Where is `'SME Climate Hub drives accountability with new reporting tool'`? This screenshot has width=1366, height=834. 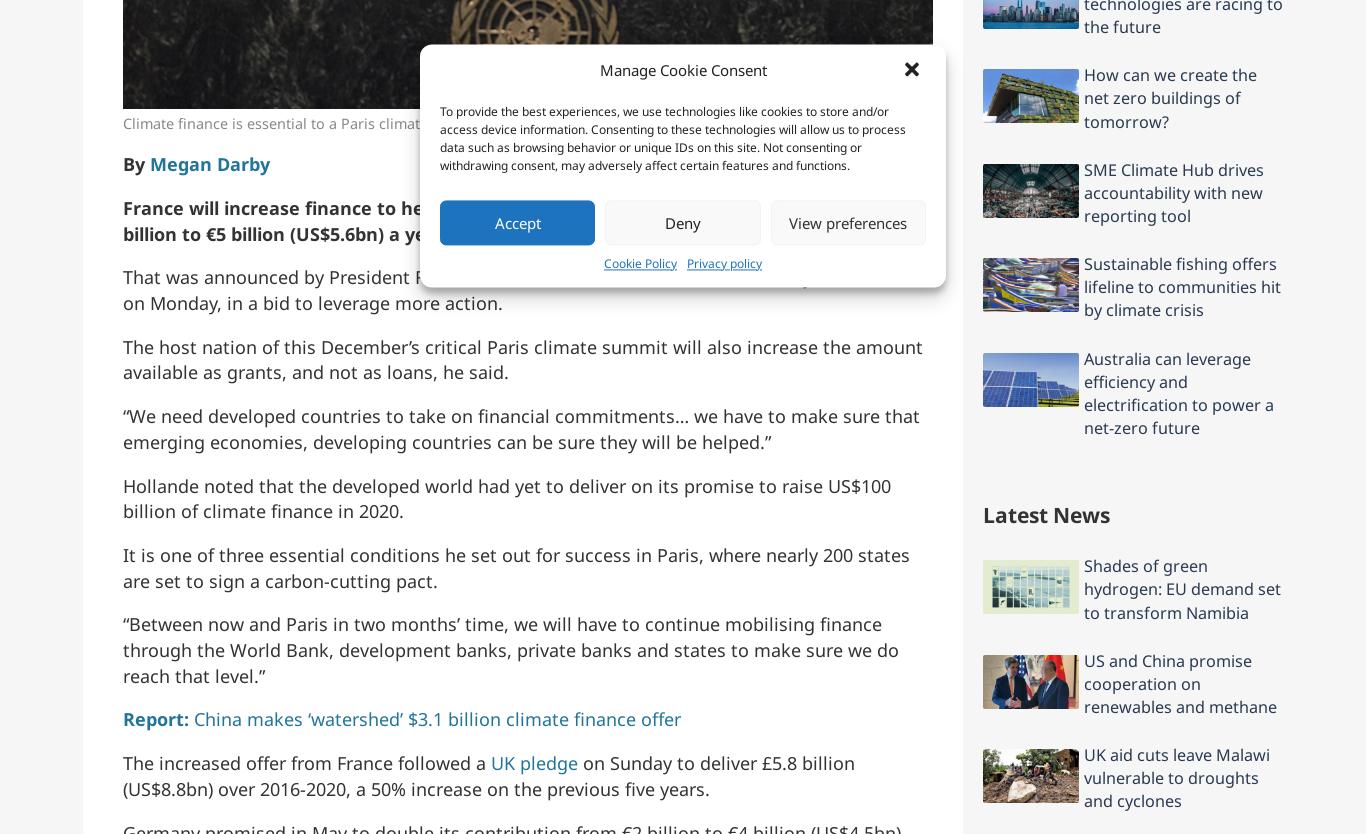
'SME Climate Hub drives accountability with new reporting tool' is located at coordinates (1173, 192).